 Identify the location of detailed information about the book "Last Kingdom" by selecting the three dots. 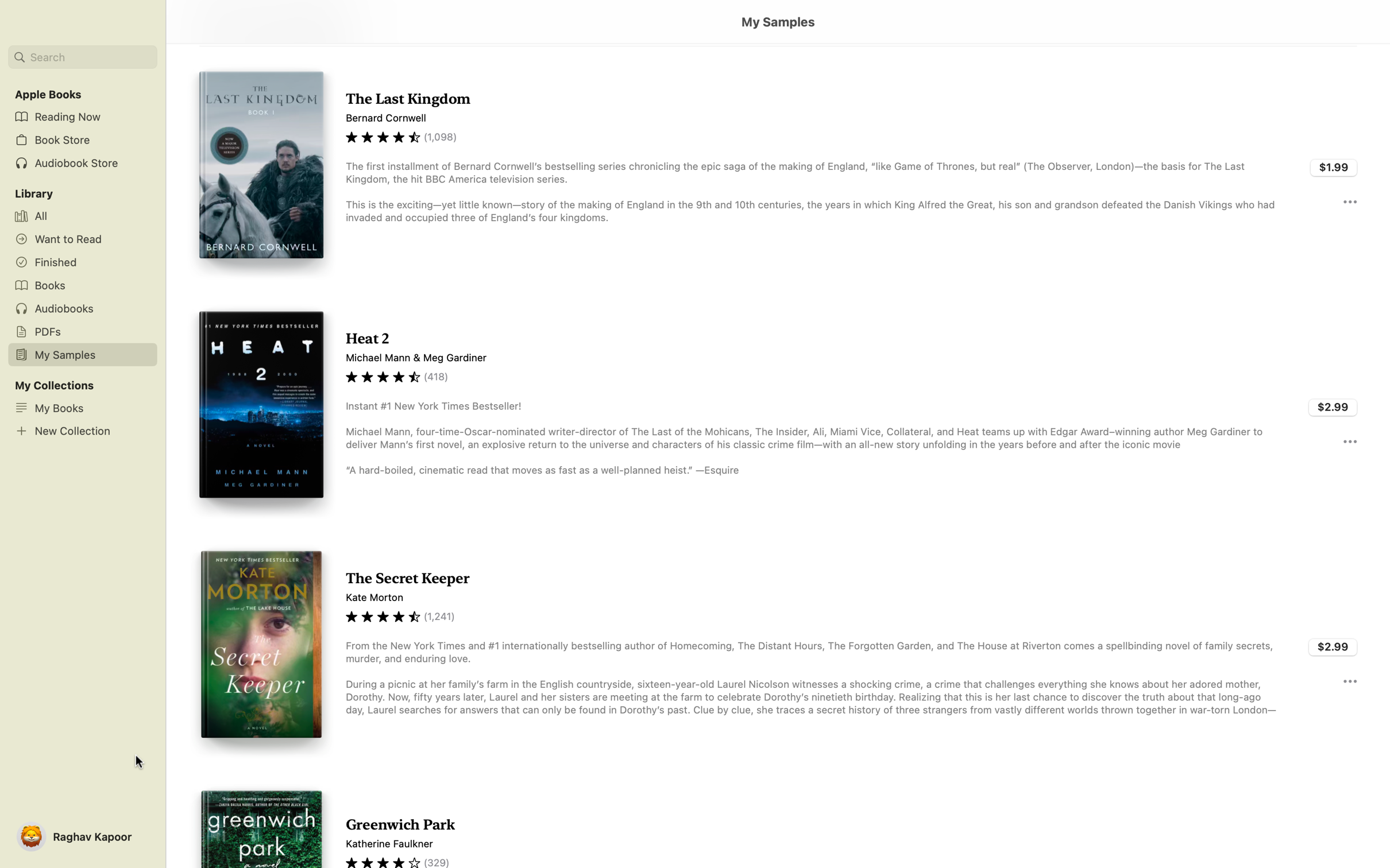
(1349, 200).